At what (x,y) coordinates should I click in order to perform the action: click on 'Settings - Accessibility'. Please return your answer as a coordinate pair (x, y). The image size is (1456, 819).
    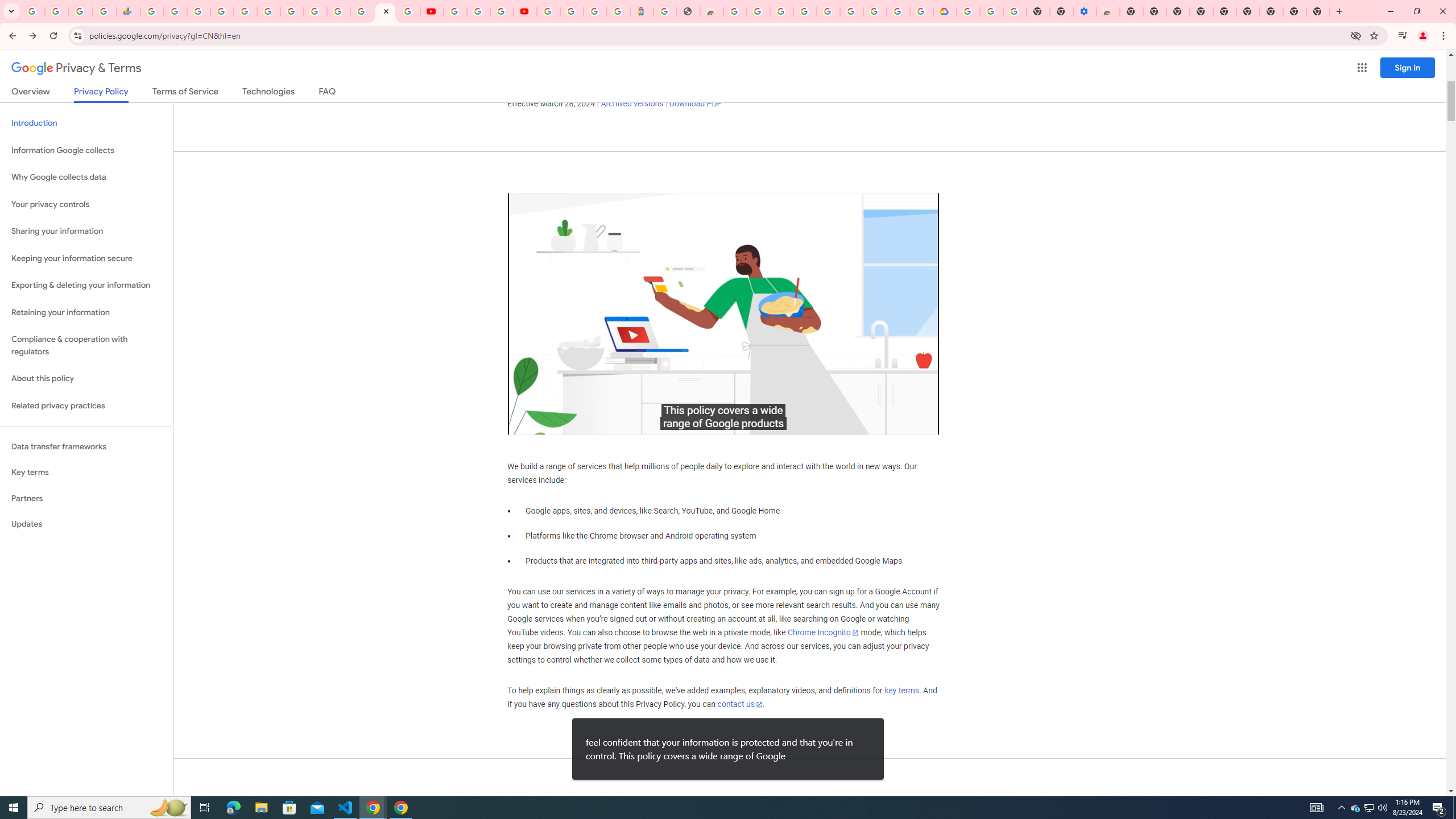
    Looking at the image, I should click on (1085, 11).